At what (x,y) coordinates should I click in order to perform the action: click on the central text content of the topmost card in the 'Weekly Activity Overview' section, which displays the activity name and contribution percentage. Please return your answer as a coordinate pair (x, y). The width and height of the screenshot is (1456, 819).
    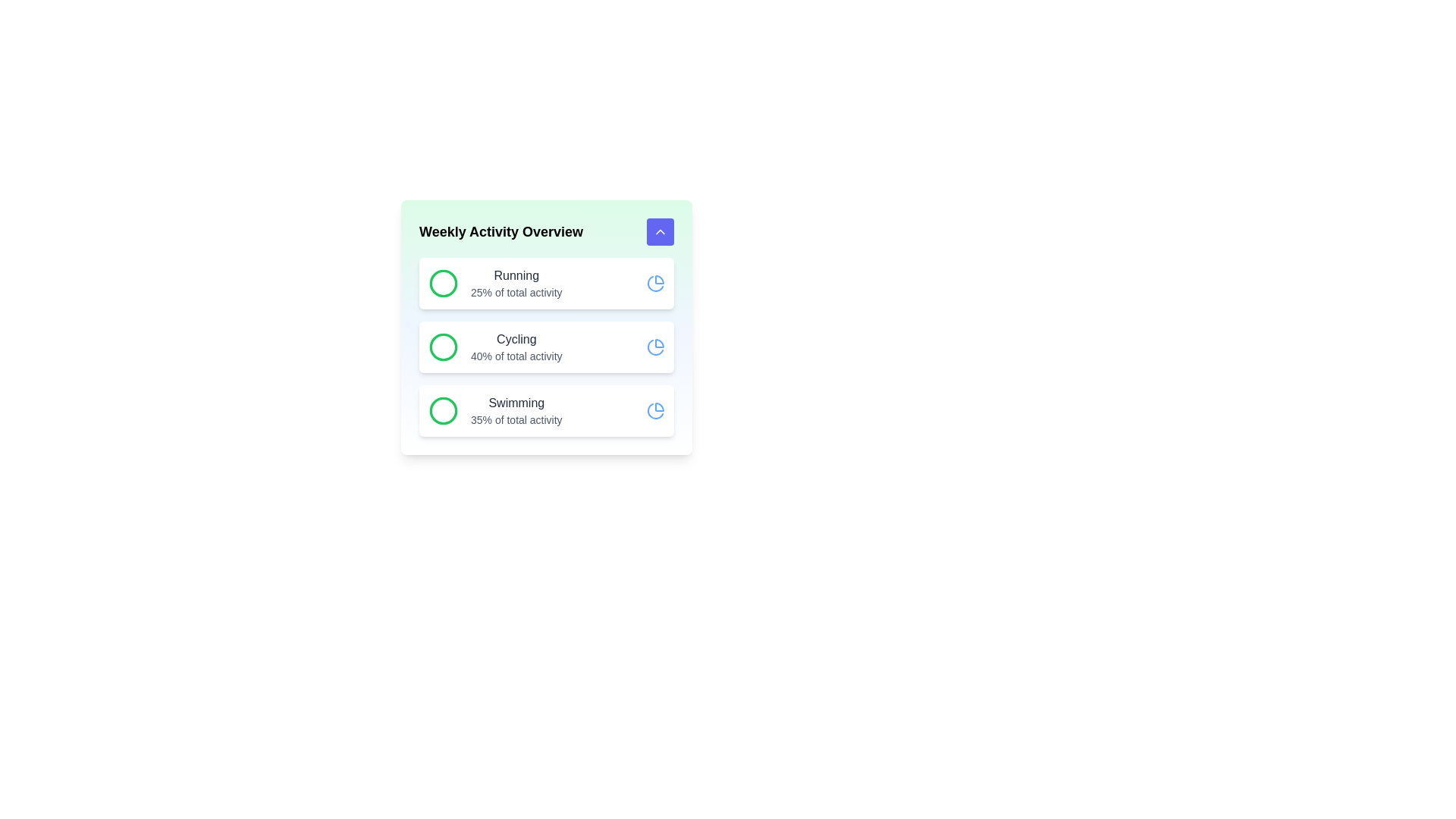
    Looking at the image, I should click on (516, 284).